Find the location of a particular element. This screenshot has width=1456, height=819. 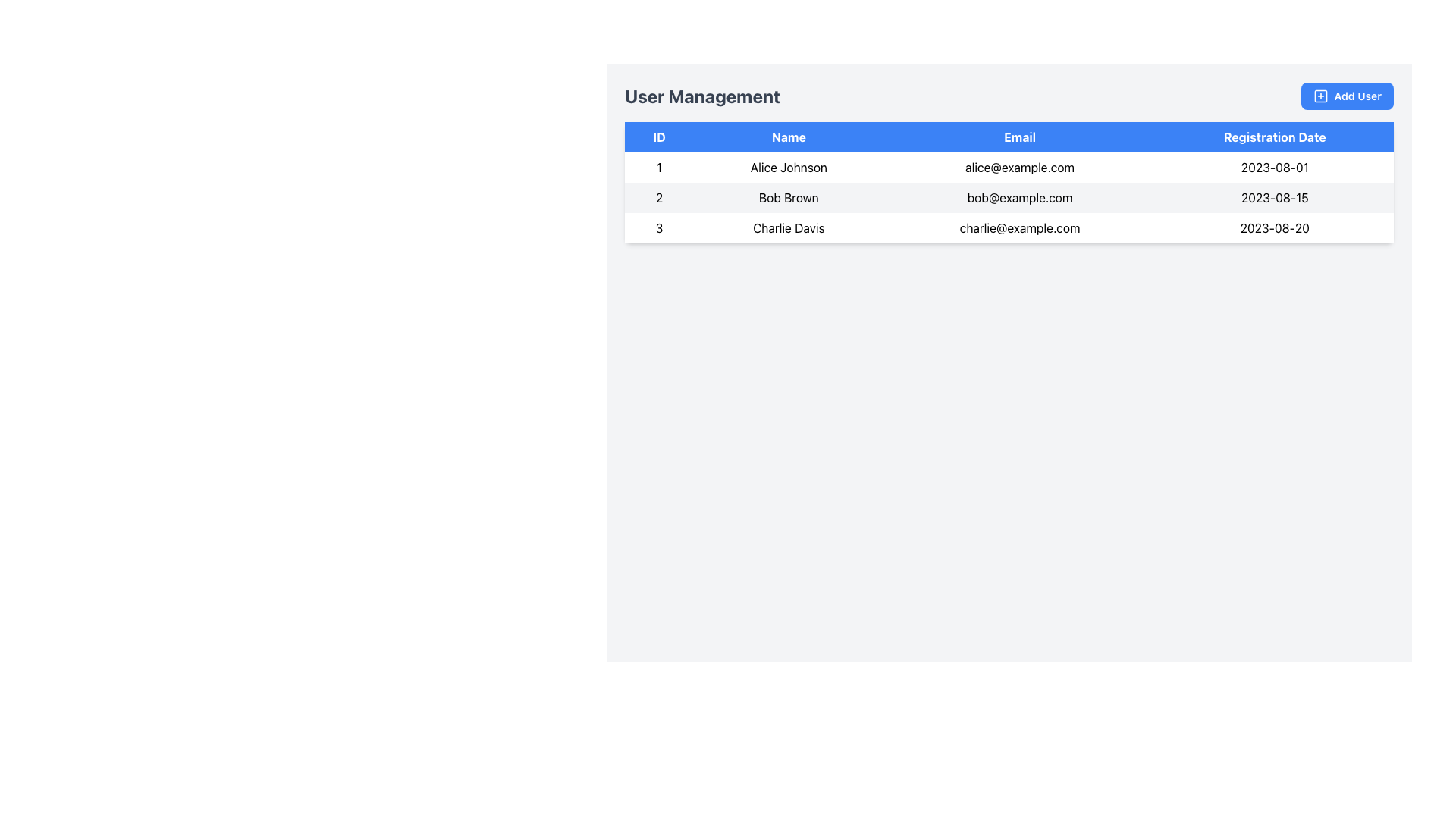

the static text displaying the user's email address located in the third column of the first row of the table under the 'Email' header is located at coordinates (1020, 167).